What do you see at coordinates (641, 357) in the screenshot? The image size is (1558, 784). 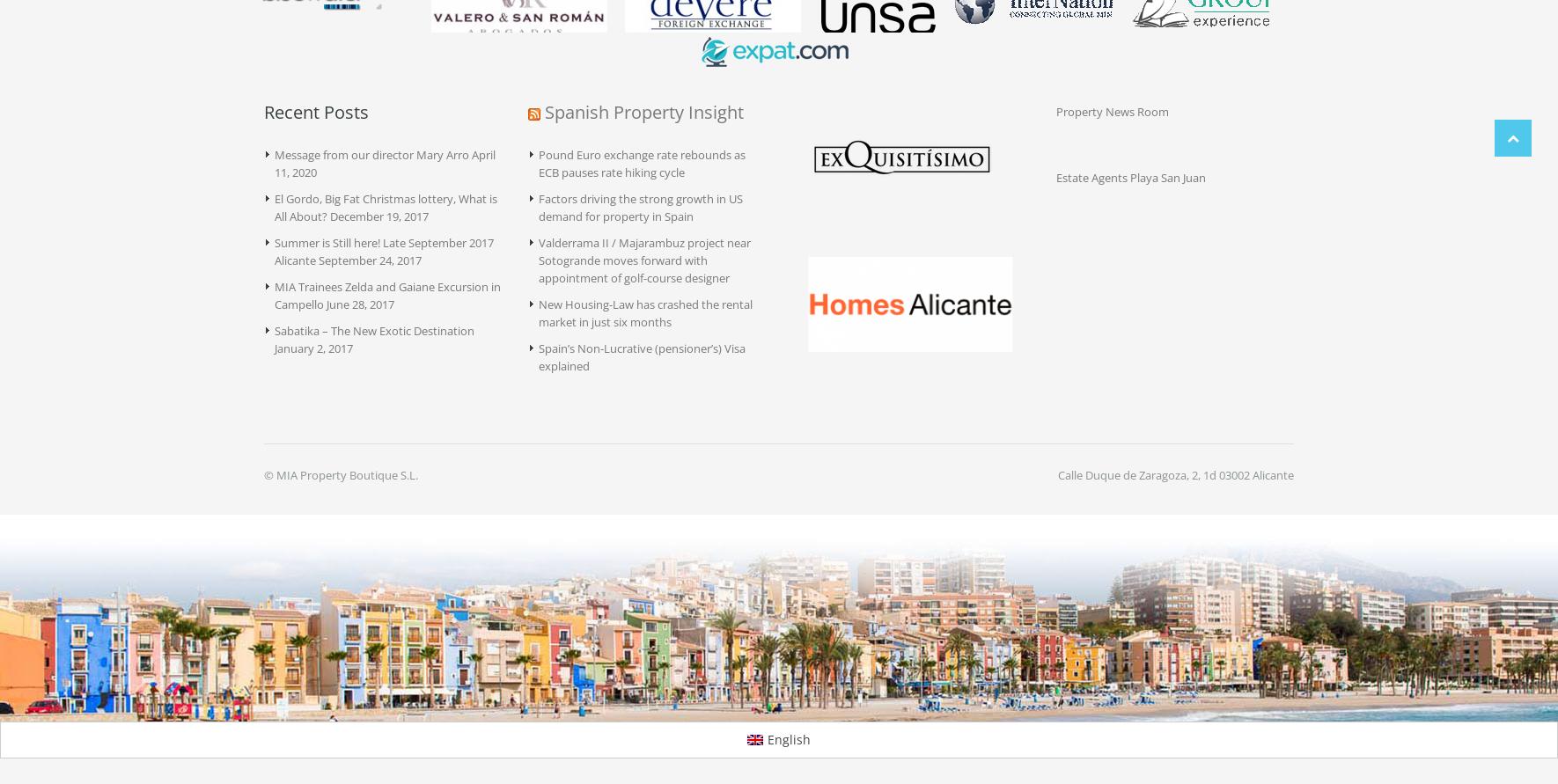 I see `'Spain’s Non-Lucrative (pensioner’s) Visa explained'` at bounding box center [641, 357].